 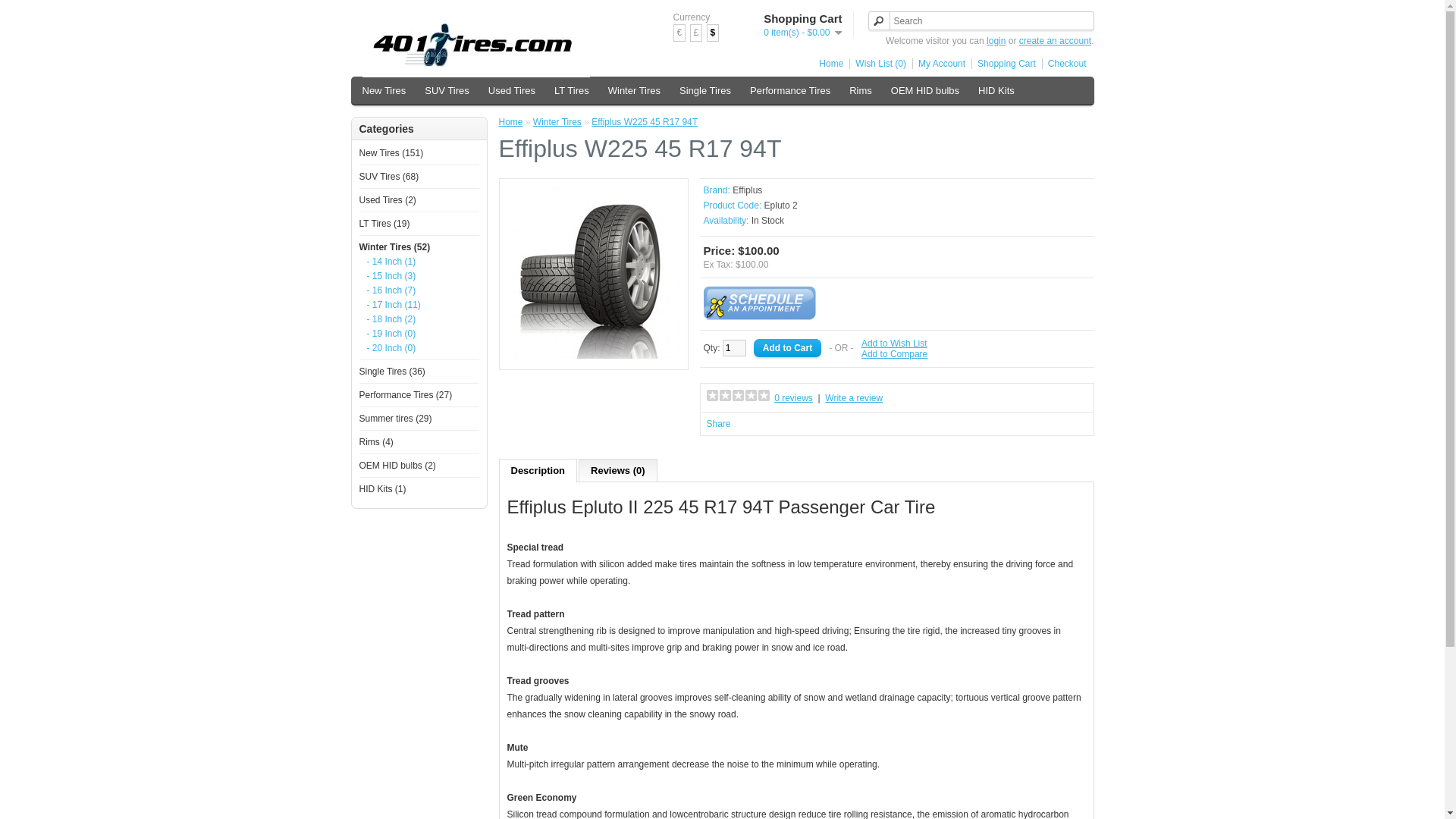 I want to click on 'Description', so click(x=498, y=469).